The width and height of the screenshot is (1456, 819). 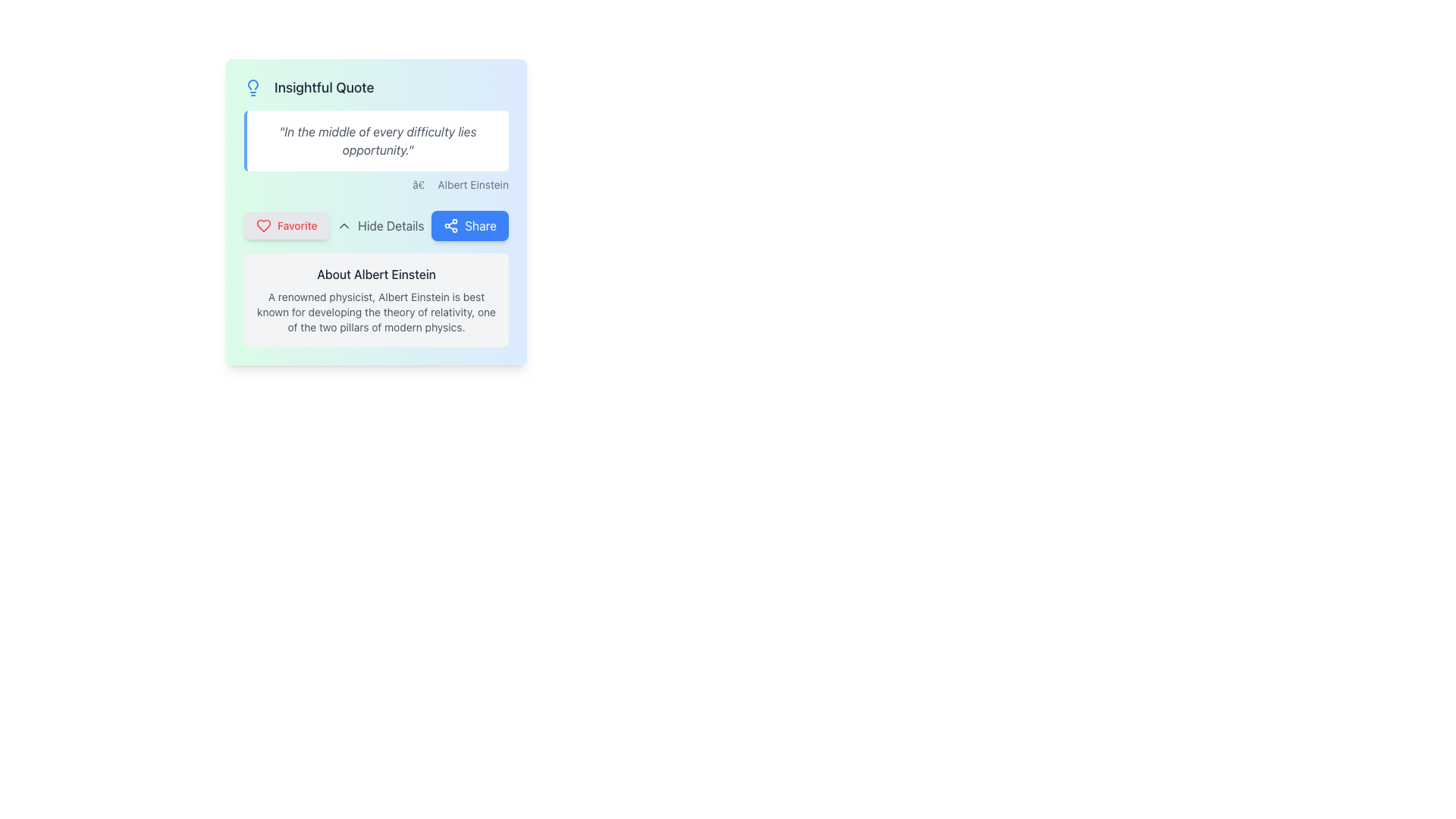 I want to click on the sharing button located at the rightmost position among three buttons at the bottom of the card interface, so click(x=469, y=225).